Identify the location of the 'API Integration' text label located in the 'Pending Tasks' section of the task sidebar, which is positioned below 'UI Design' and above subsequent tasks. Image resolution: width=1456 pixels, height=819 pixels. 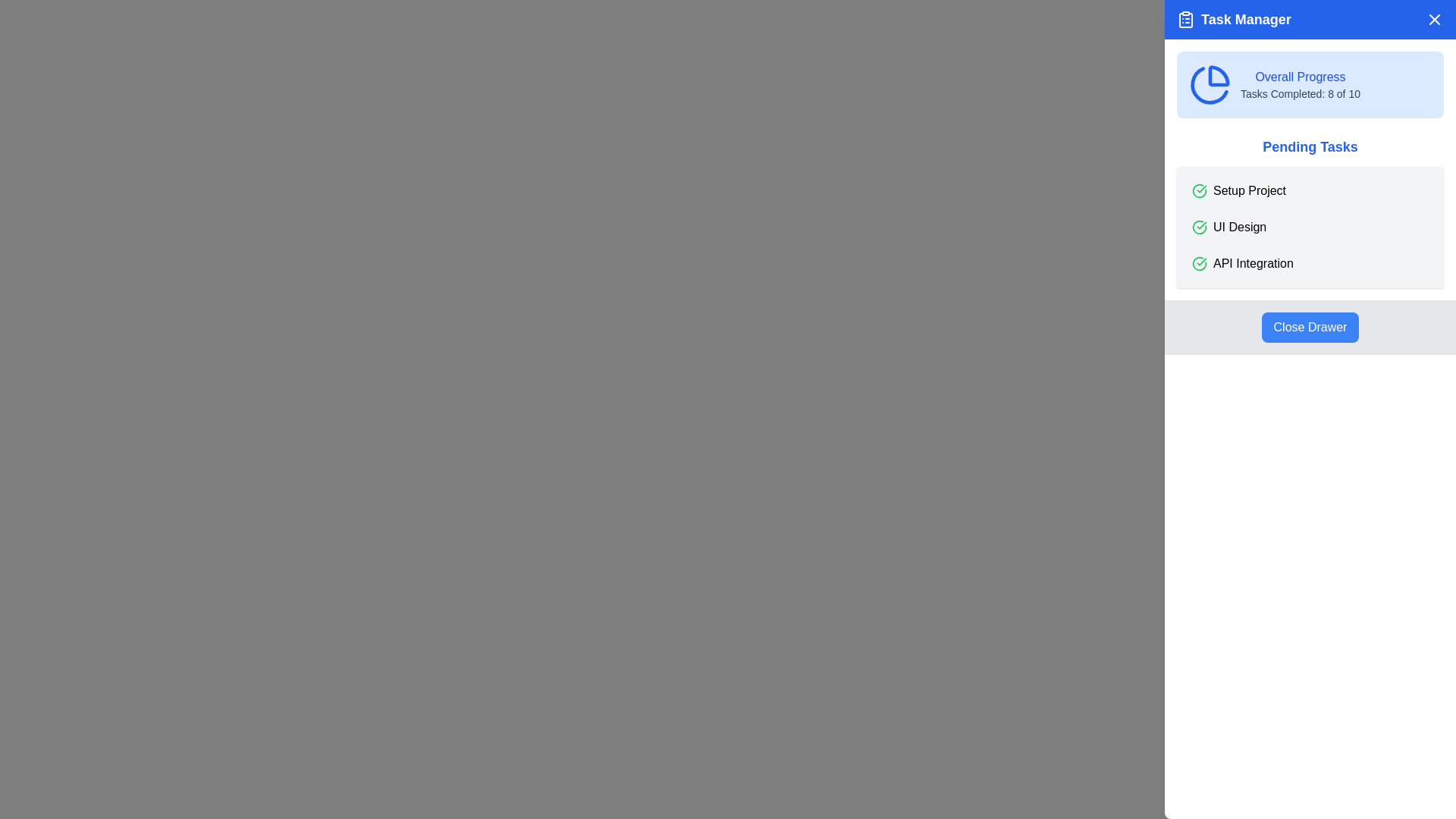
(1253, 262).